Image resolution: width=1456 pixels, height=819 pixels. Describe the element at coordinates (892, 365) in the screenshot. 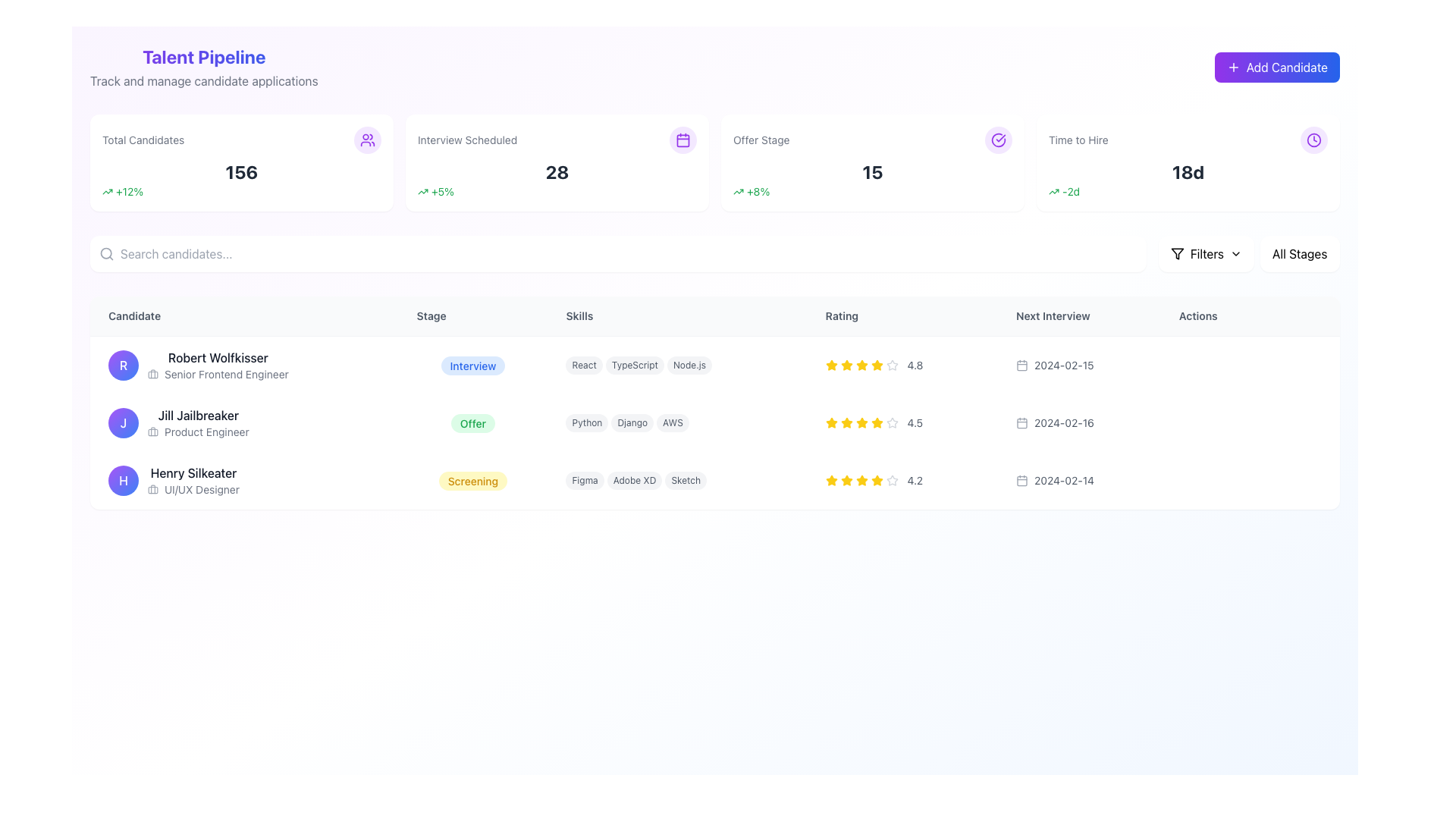

I see `the unselected star icon, which is an outlined star with thin strokes and a hollow center, located in the 'Rating' column of the first row, specifically the fifth star in the horizontal sequence` at that location.